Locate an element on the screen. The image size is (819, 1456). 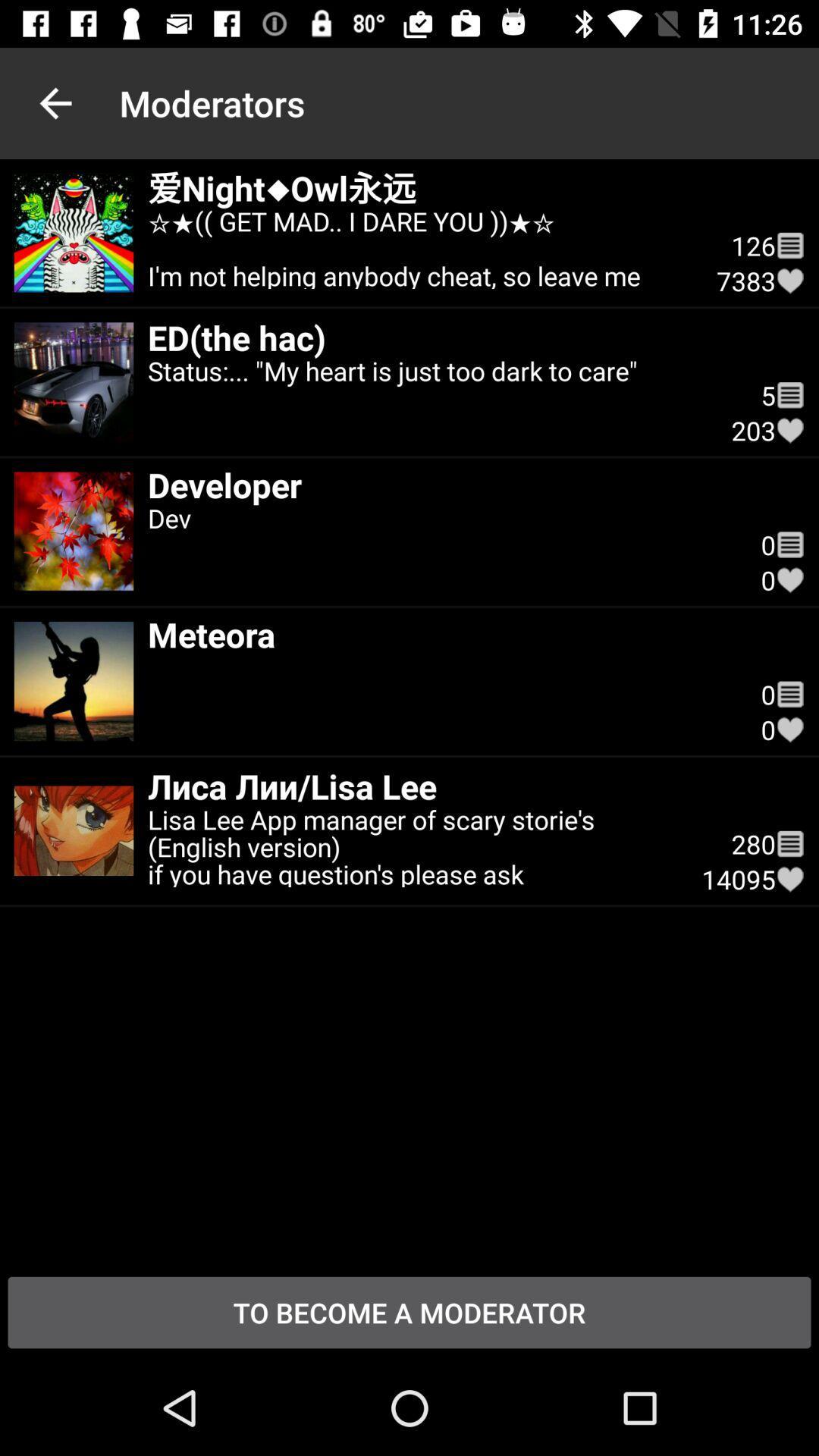
item next to lisa lee app is located at coordinates (753, 843).